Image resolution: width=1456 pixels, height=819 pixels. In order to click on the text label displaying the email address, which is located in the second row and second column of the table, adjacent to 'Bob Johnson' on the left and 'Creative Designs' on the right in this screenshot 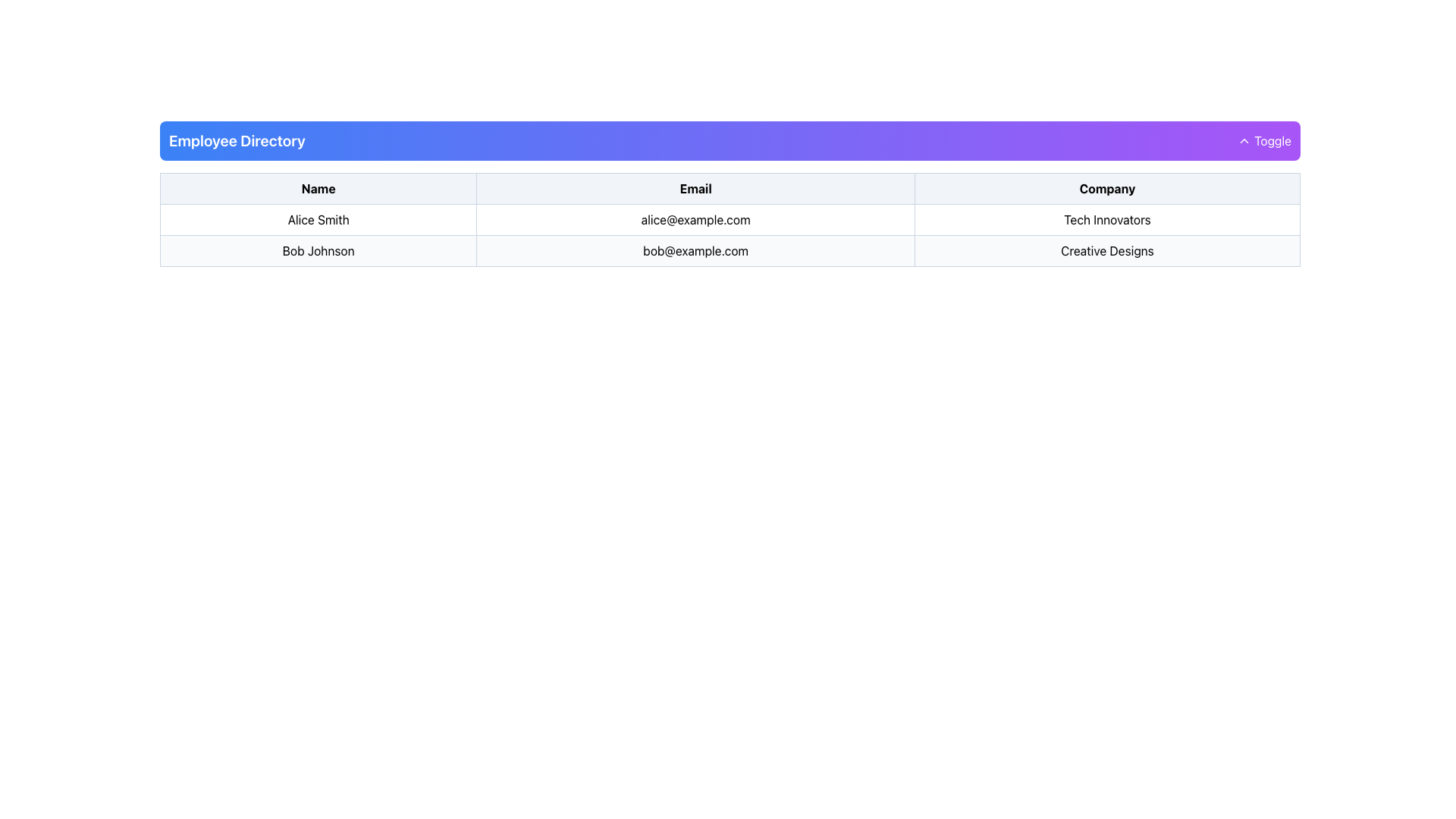, I will do `click(695, 250)`.